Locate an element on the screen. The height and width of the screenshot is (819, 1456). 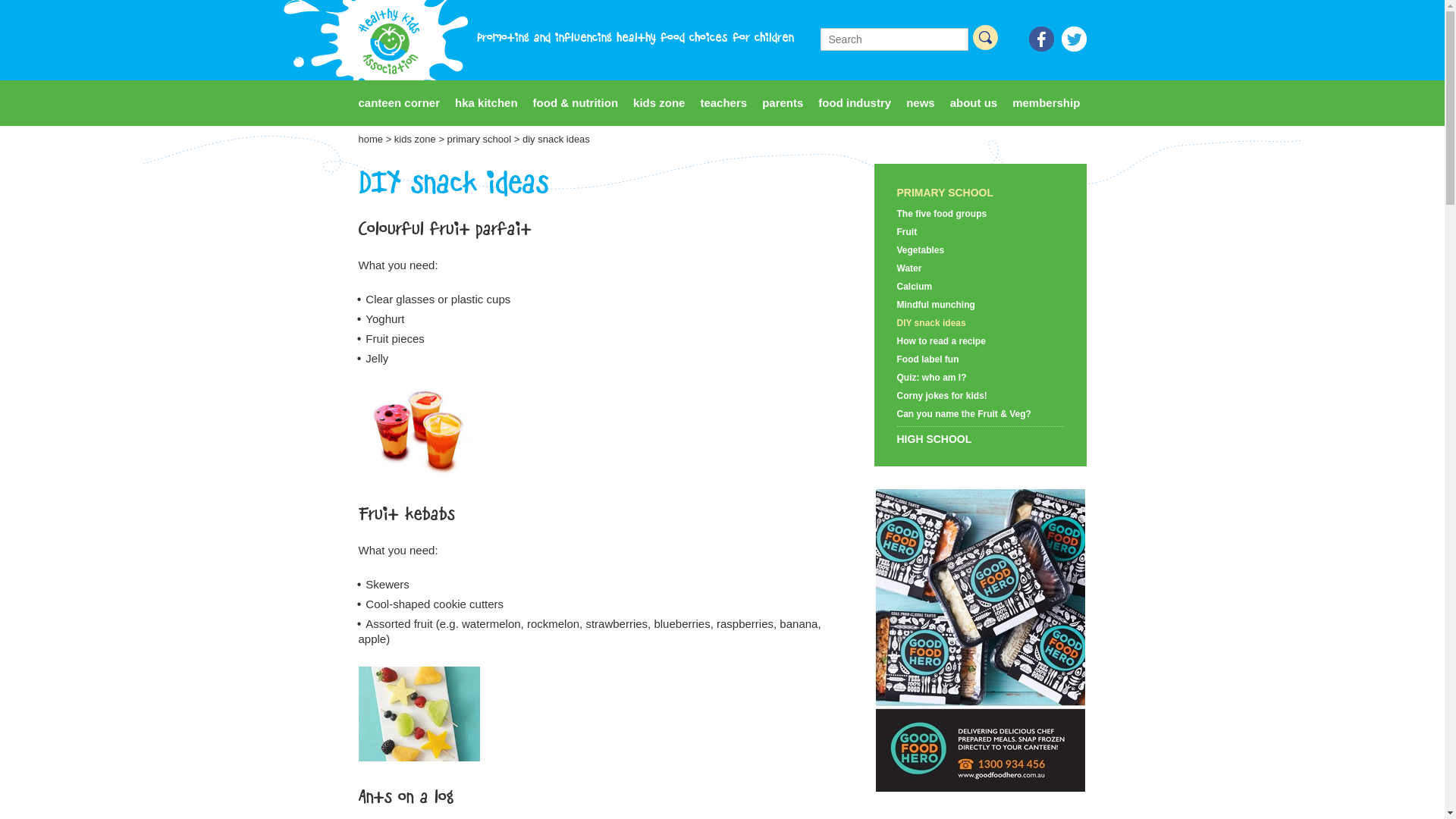
'primary school' is located at coordinates (479, 139).